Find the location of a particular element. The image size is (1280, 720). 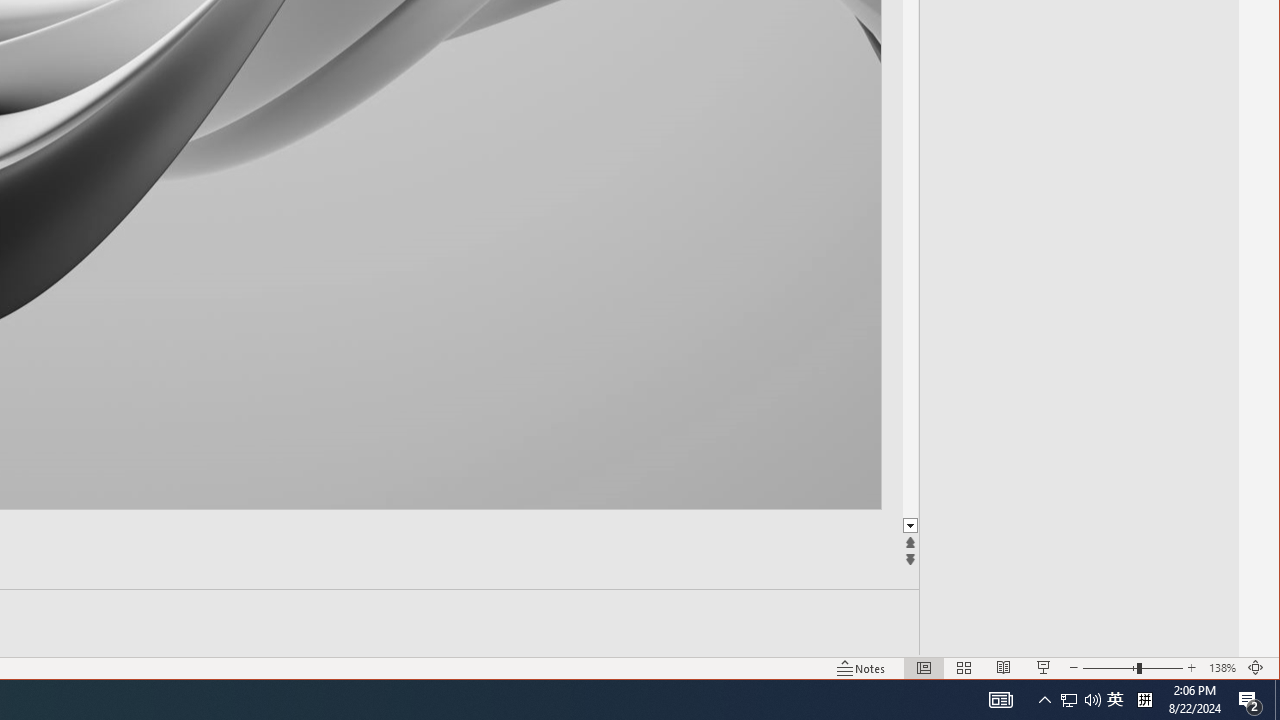

'Zoom 138%' is located at coordinates (1221, 668).